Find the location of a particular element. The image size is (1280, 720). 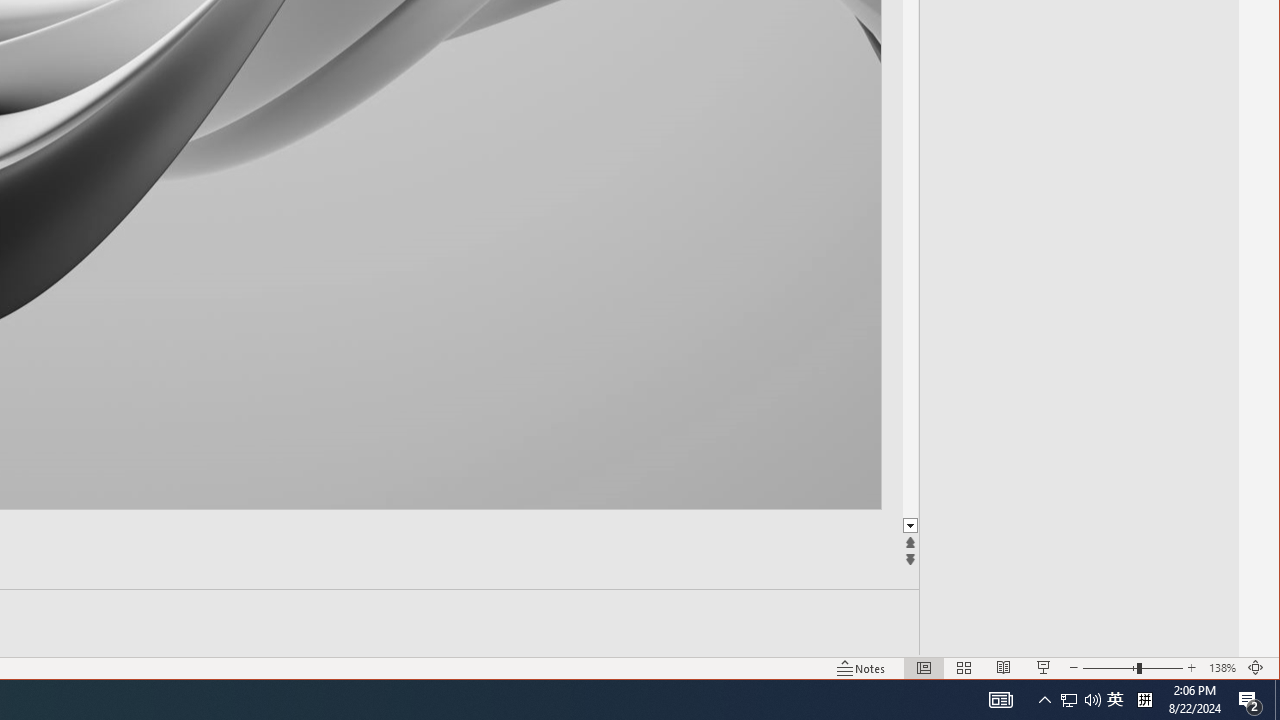

'Zoom 138%' is located at coordinates (1221, 668).